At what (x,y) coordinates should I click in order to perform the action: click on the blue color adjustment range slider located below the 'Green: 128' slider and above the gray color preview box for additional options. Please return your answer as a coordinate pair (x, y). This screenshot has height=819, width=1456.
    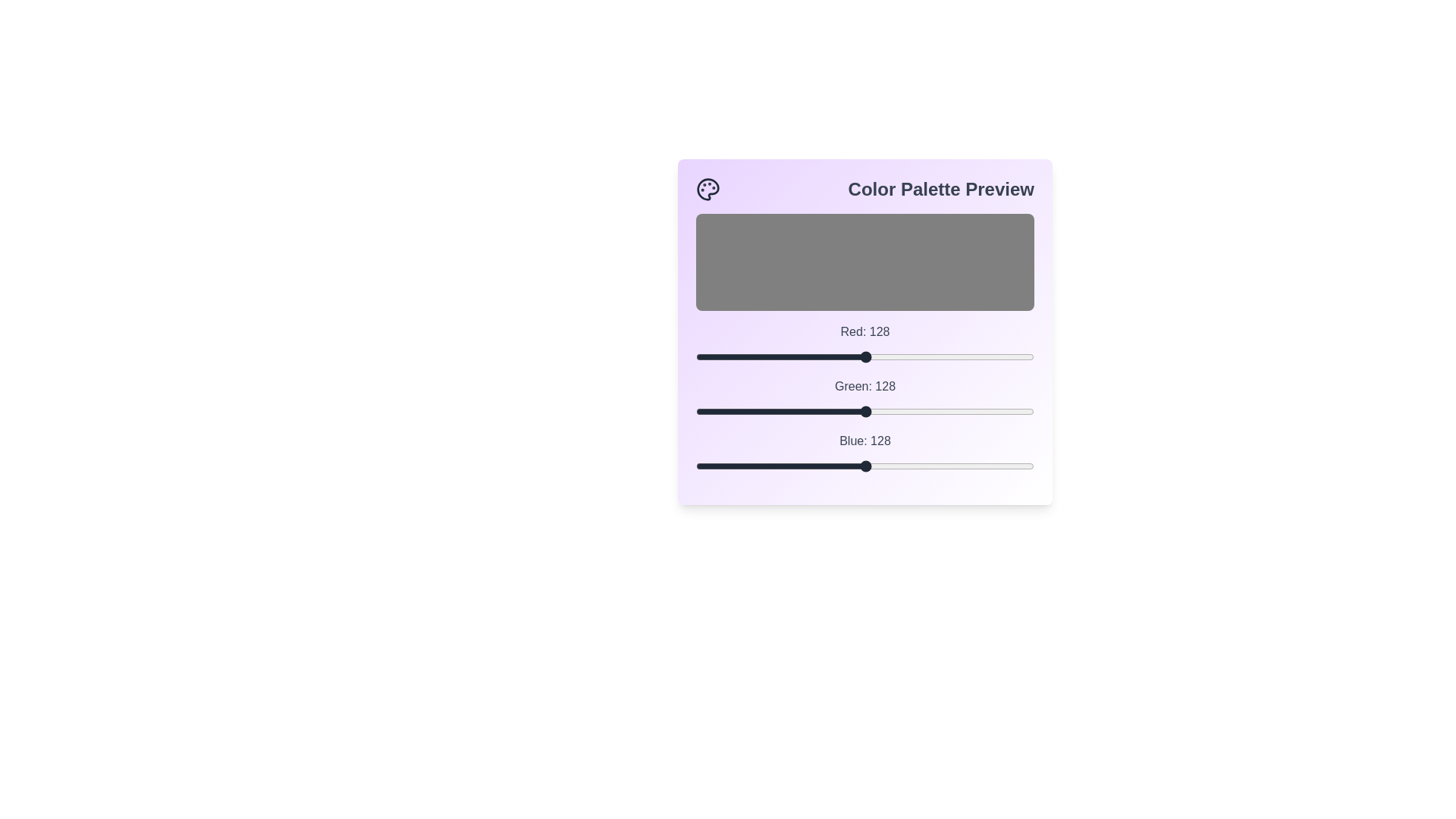
    Looking at the image, I should click on (865, 465).